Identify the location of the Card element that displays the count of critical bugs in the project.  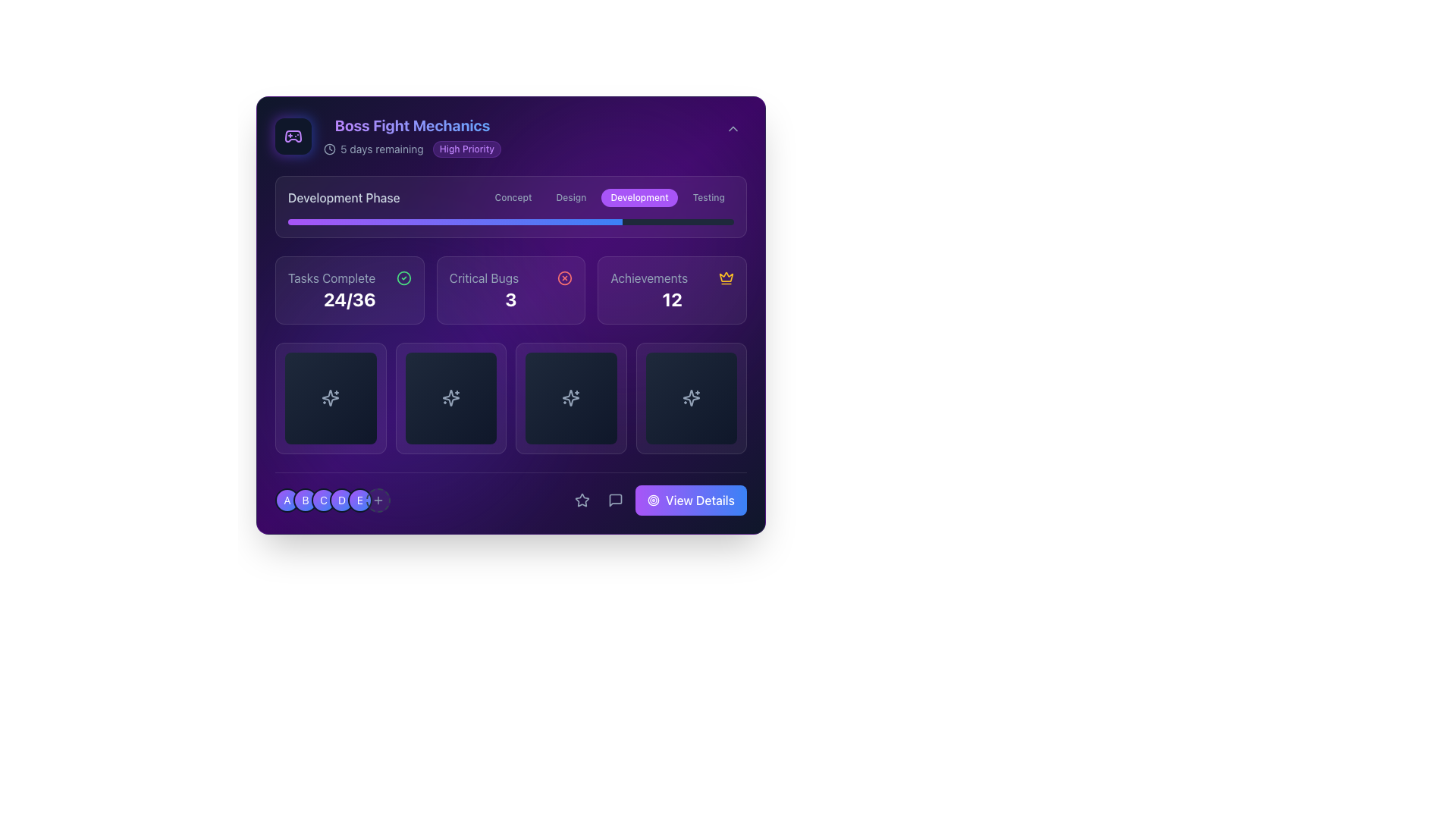
(510, 290).